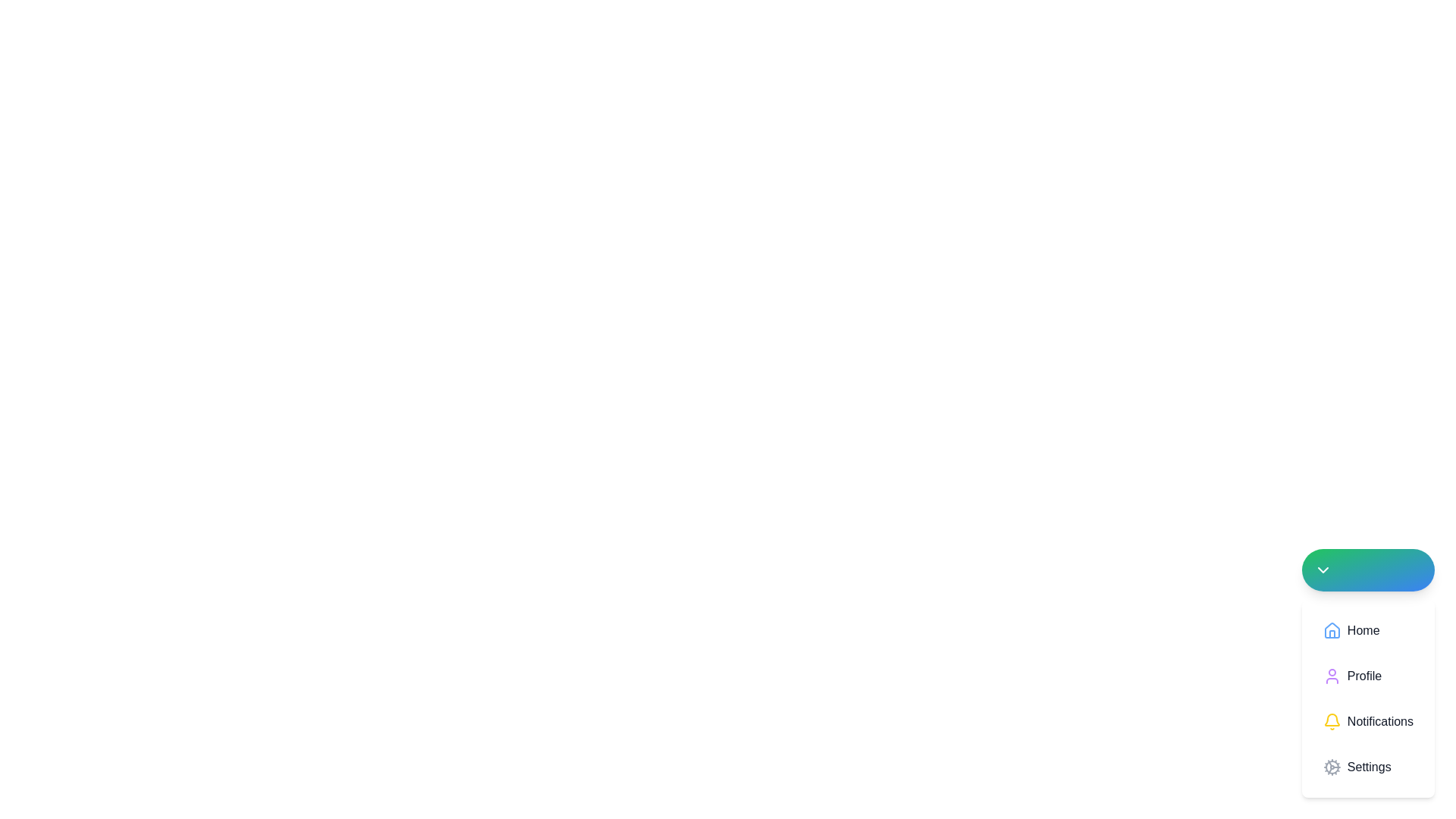 The height and width of the screenshot is (819, 1456). I want to click on the yellow bell icon located to the left of the 'Notifications' label in the dropdown menu, so click(1331, 721).